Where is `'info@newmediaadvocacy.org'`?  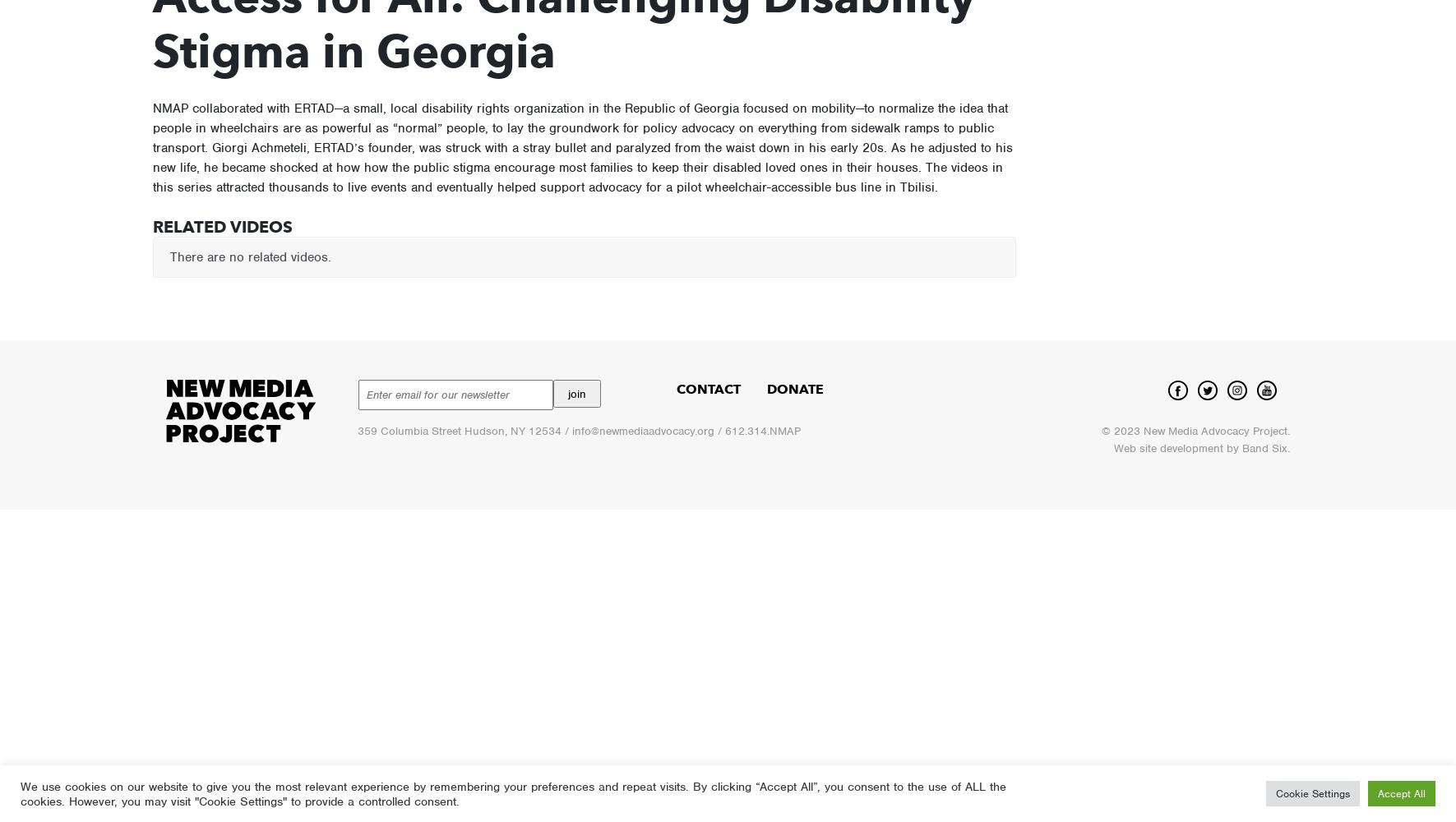
'info@newmediaadvocacy.org' is located at coordinates (571, 431).